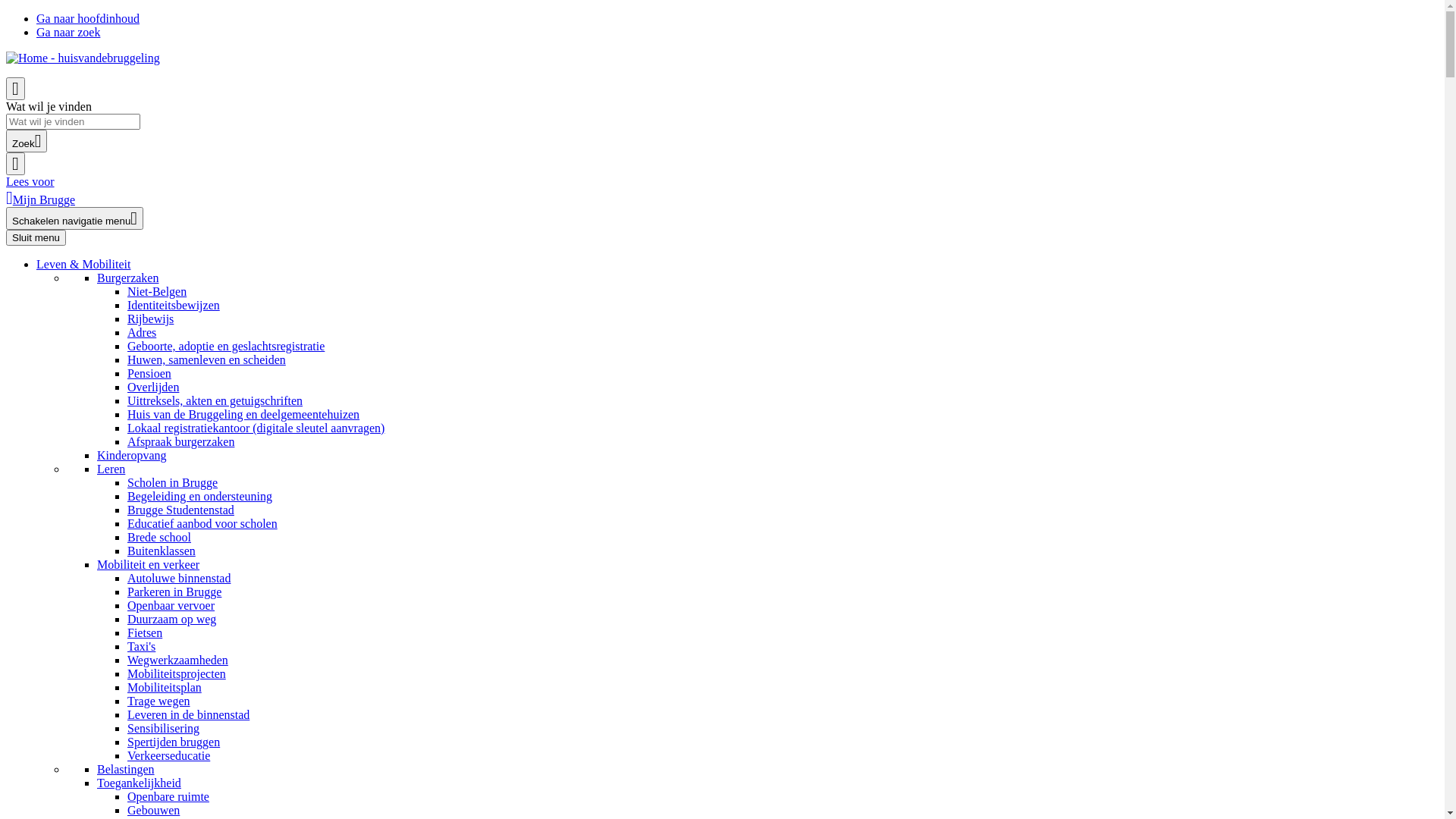  Describe the element at coordinates (30, 180) in the screenshot. I see `'Lees voor'` at that location.